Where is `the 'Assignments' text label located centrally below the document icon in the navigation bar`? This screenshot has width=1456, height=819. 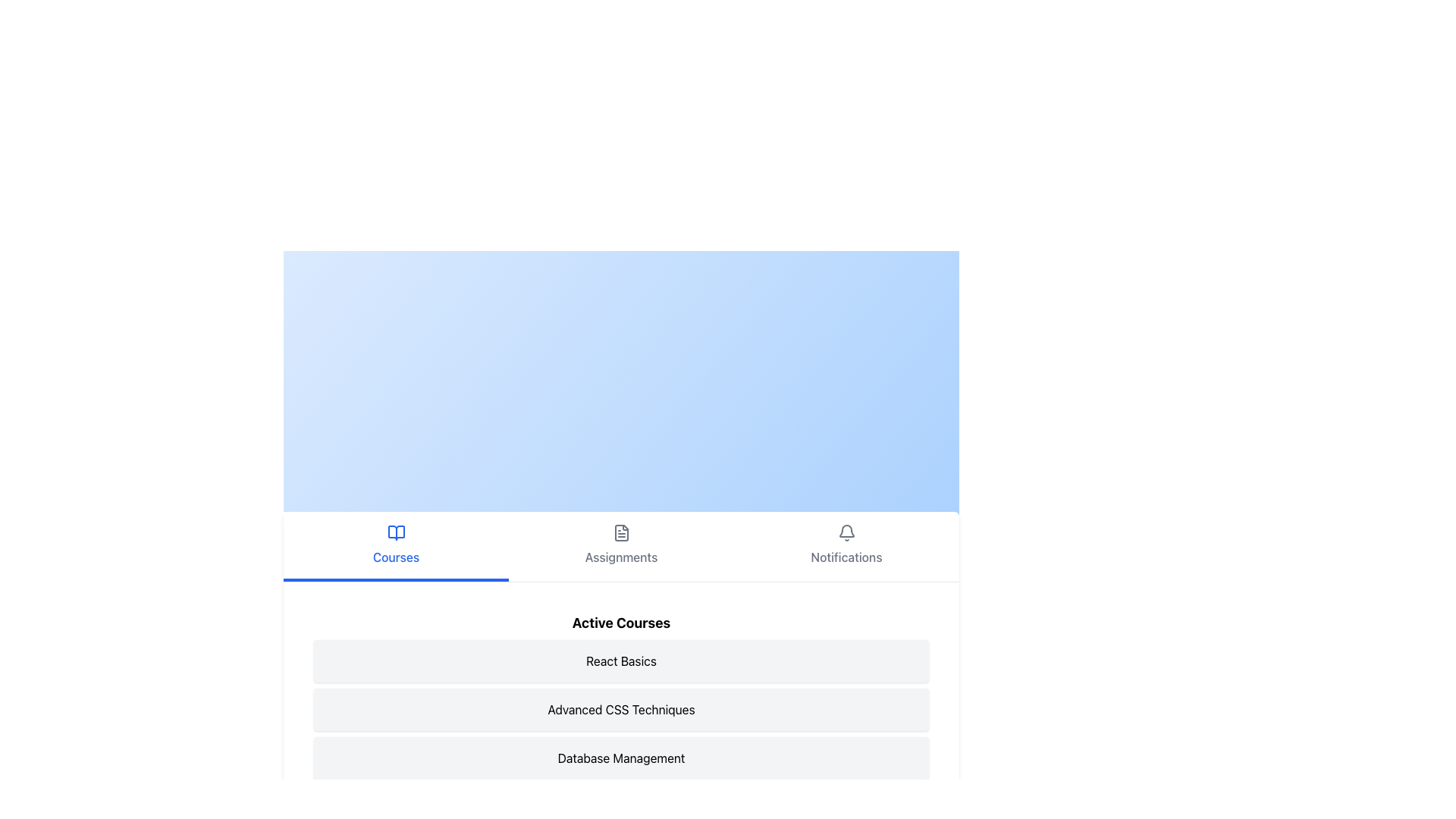 the 'Assignments' text label located centrally below the document icon in the navigation bar is located at coordinates (621, 557).